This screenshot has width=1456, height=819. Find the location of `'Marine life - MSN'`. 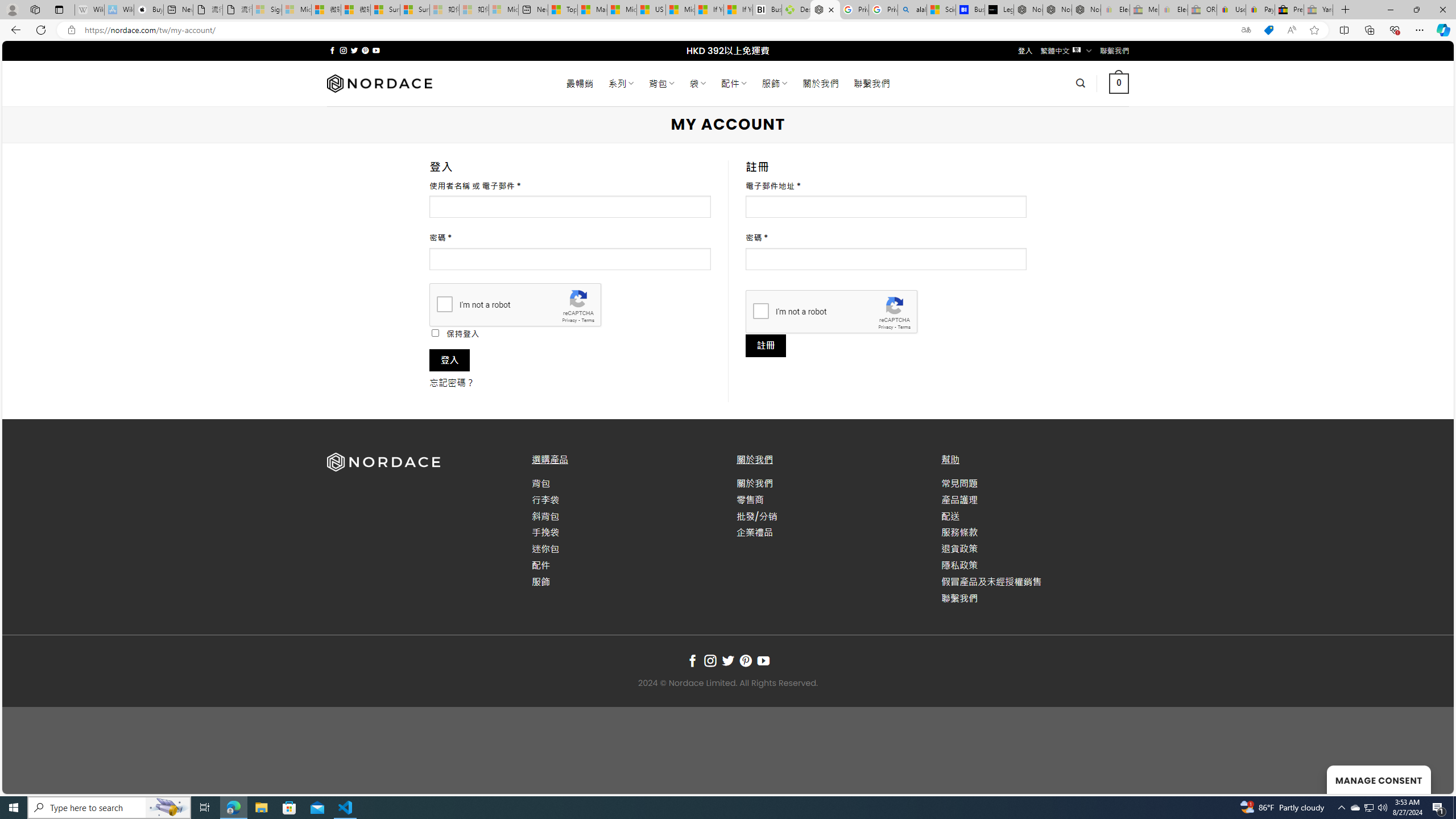

'Marine life - MSN' is located at coordinates (591, 9).